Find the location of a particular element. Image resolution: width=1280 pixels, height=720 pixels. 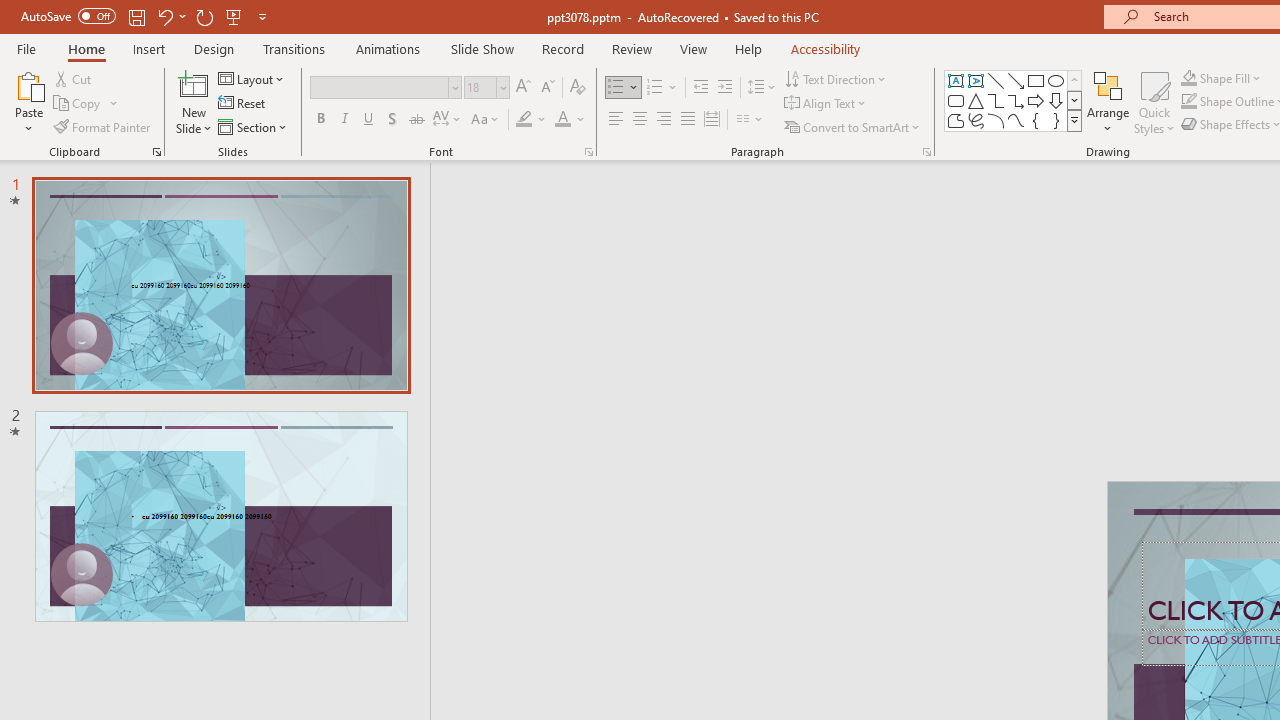

'Row Down' is located at coordinates (1073, 100).